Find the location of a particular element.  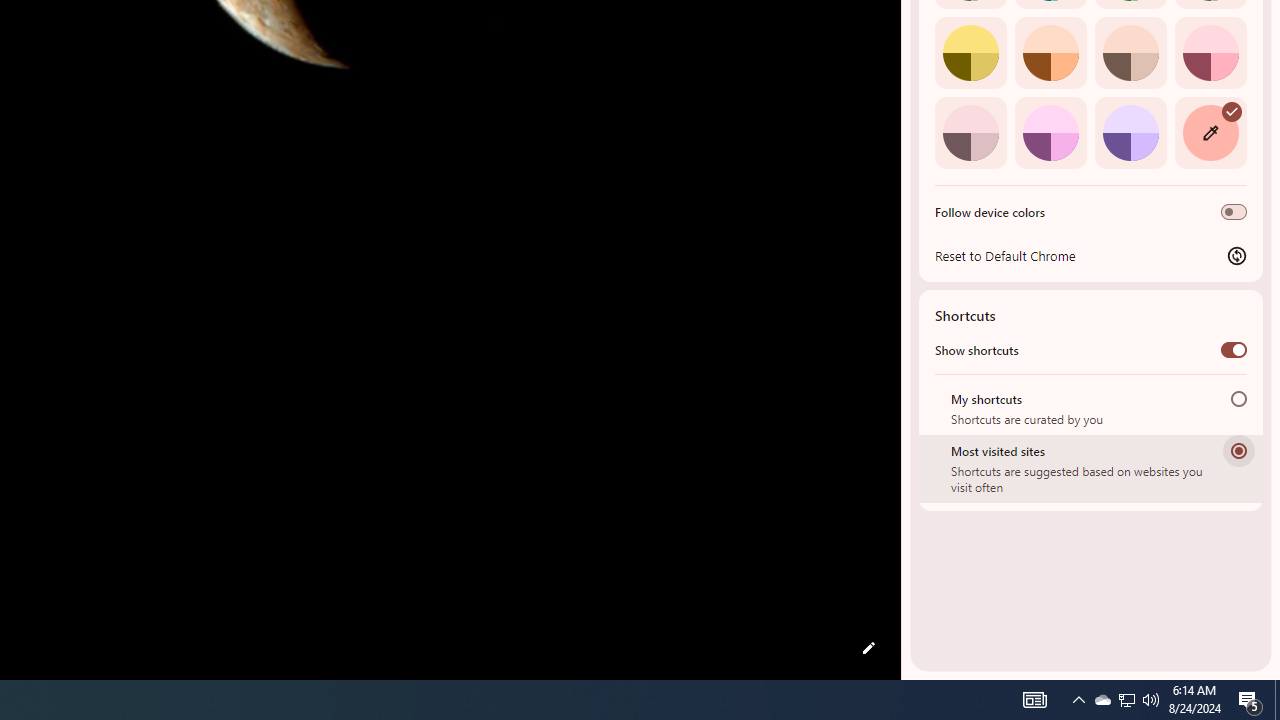

'Custom color' is located at coordinates (1209, 132).